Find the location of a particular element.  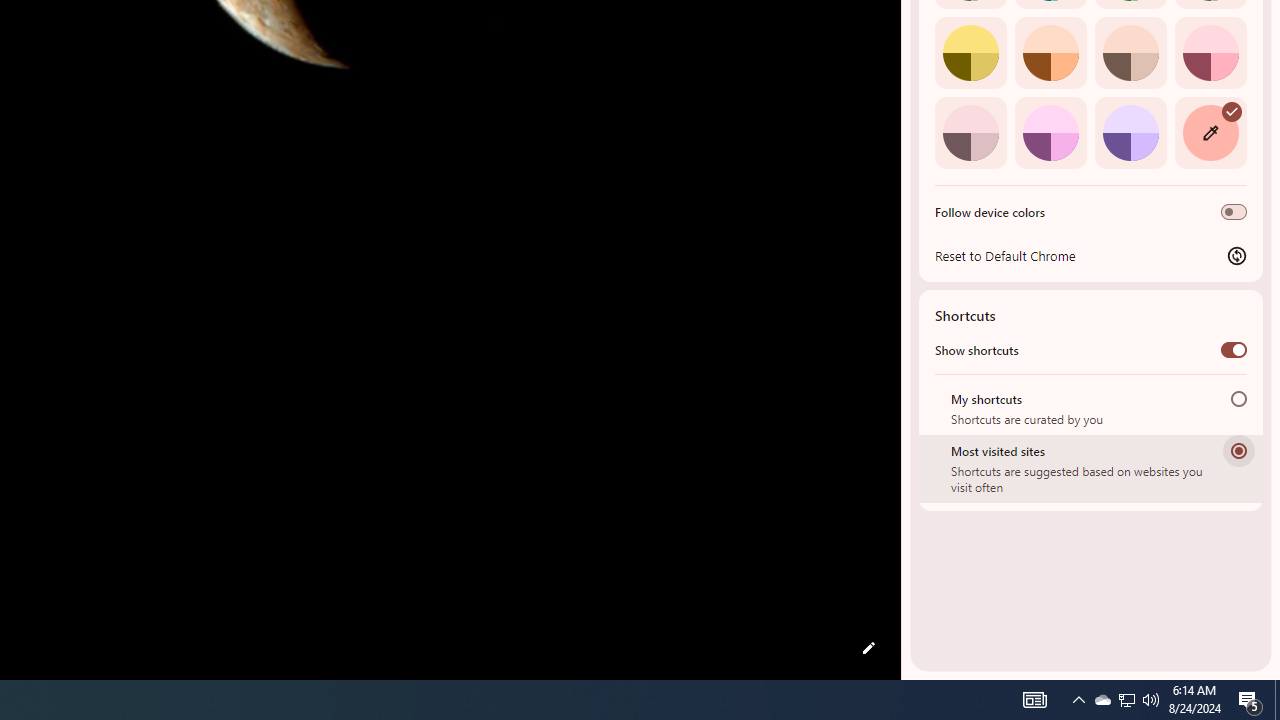

'Custom color' is located at coordinates (1209, 132).